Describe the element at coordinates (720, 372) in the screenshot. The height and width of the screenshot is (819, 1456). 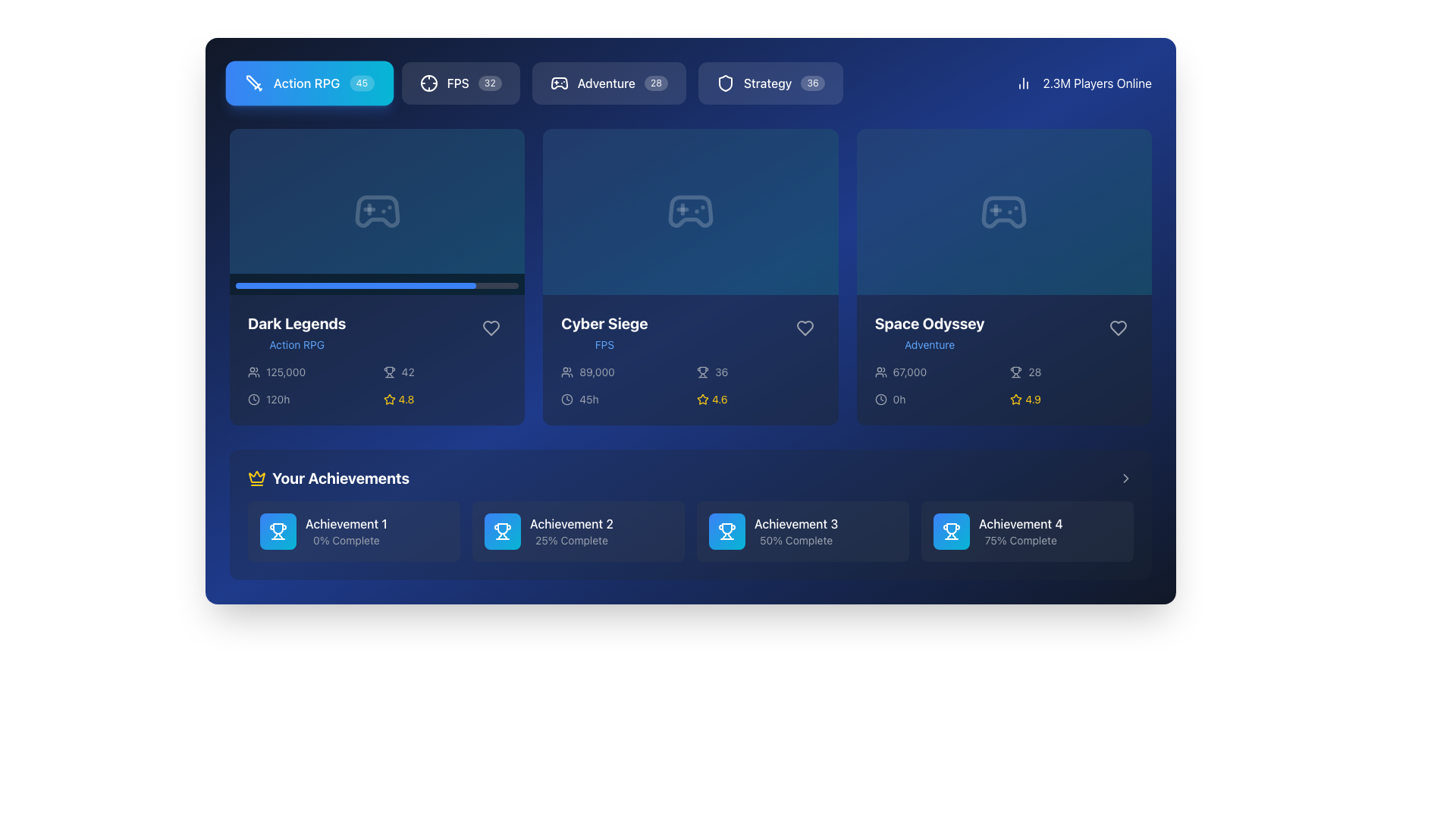
I see `the Text Label displaying '36' in gray font, located on the 'Cyber Siege' card, adjacent to the trophy icon` at that location.